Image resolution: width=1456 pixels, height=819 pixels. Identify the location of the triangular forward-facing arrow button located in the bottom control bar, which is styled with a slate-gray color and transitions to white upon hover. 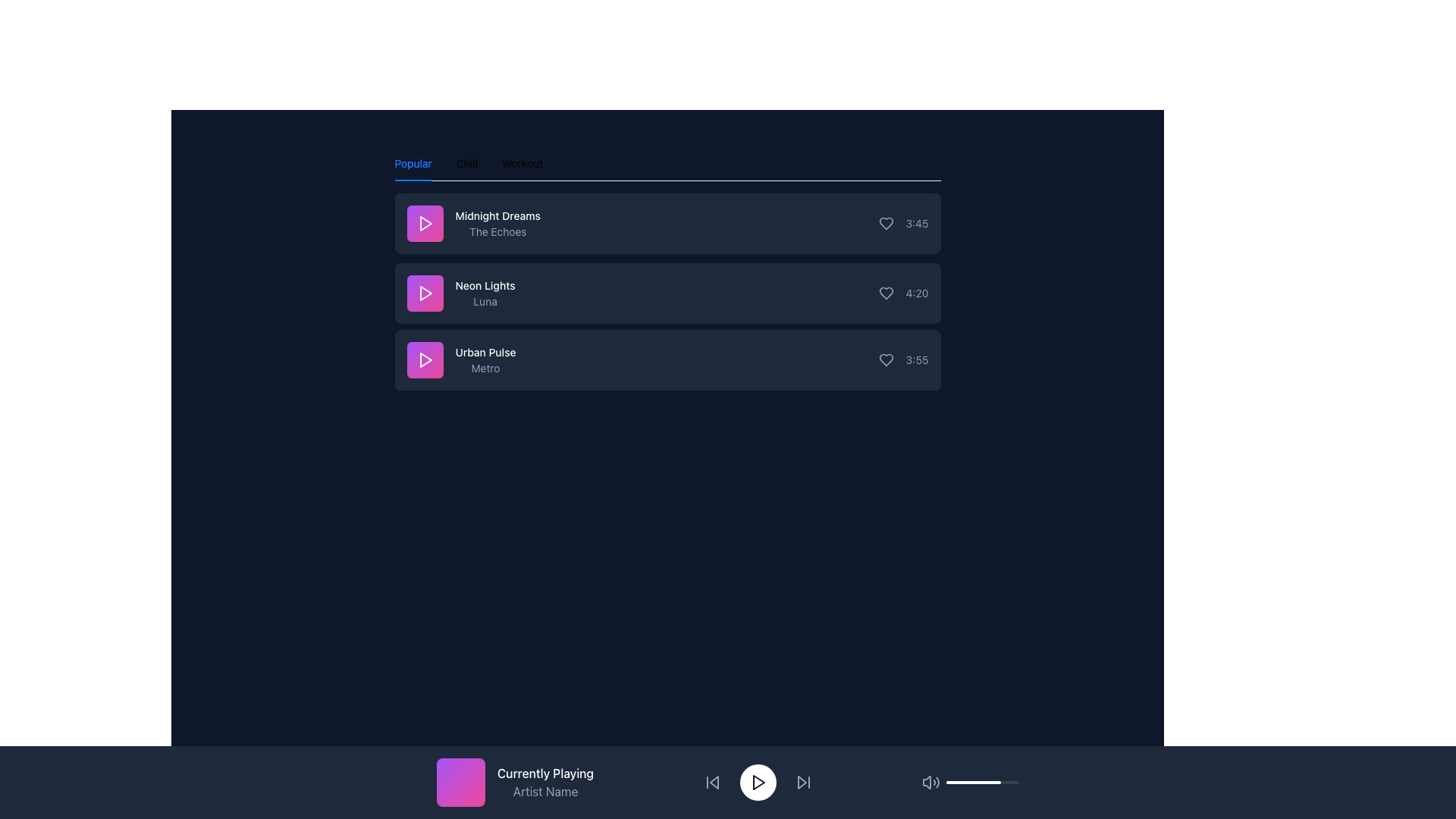
(802, 783).